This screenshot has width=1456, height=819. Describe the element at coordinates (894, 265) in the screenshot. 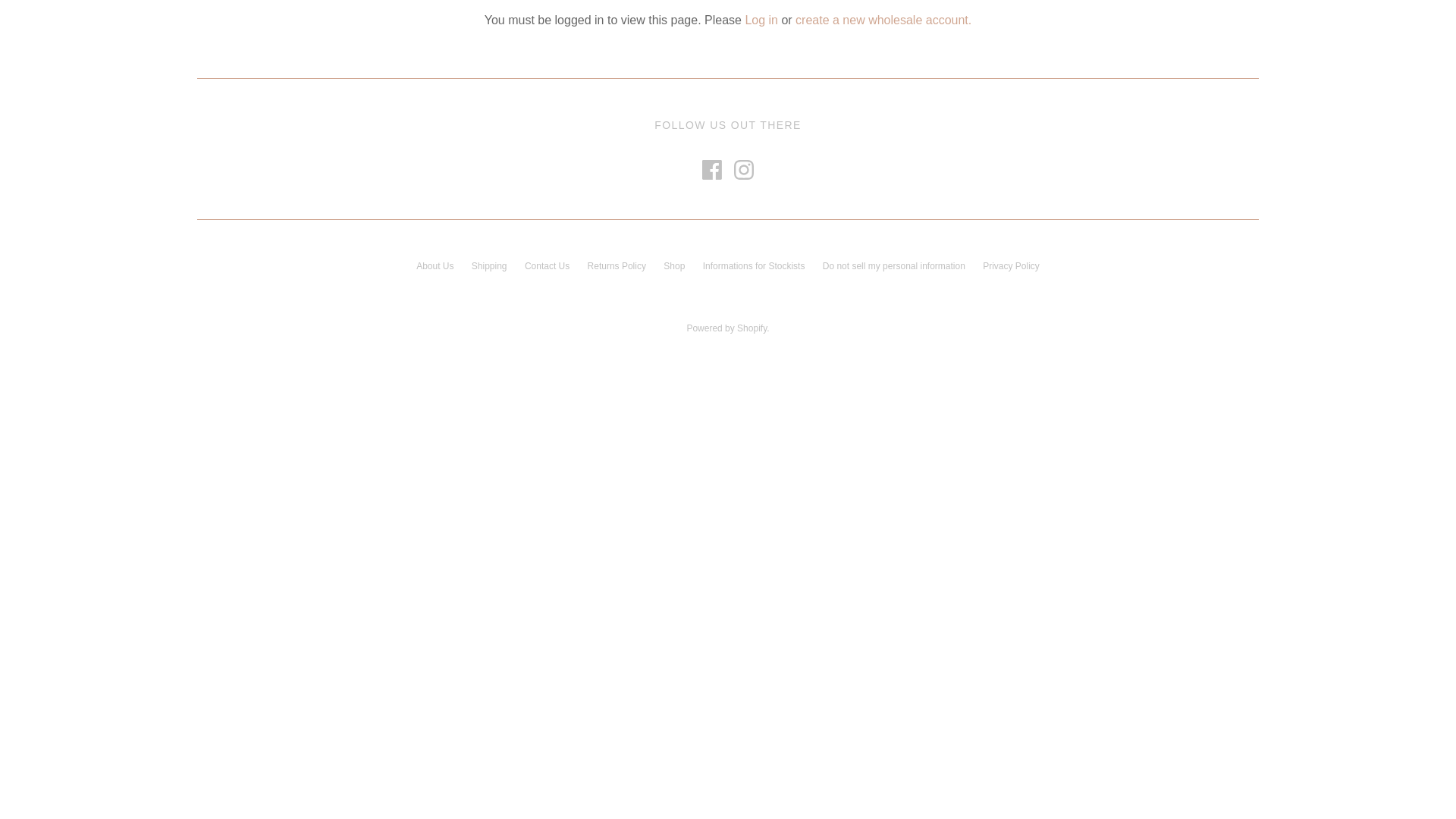

I see `'Do not sell my personal information'` at that location.